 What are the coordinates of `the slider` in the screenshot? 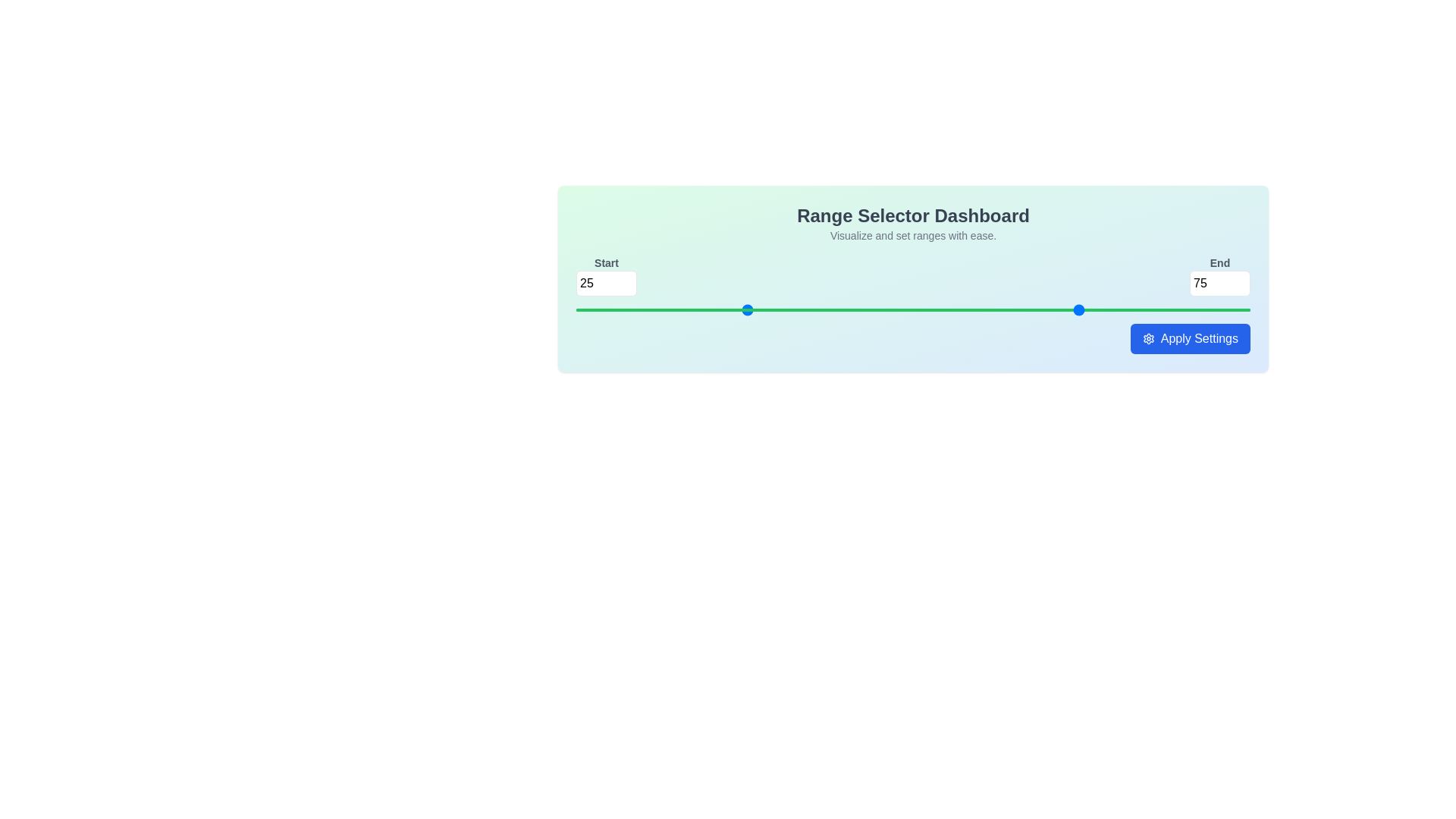 It's located at (1067, 309).